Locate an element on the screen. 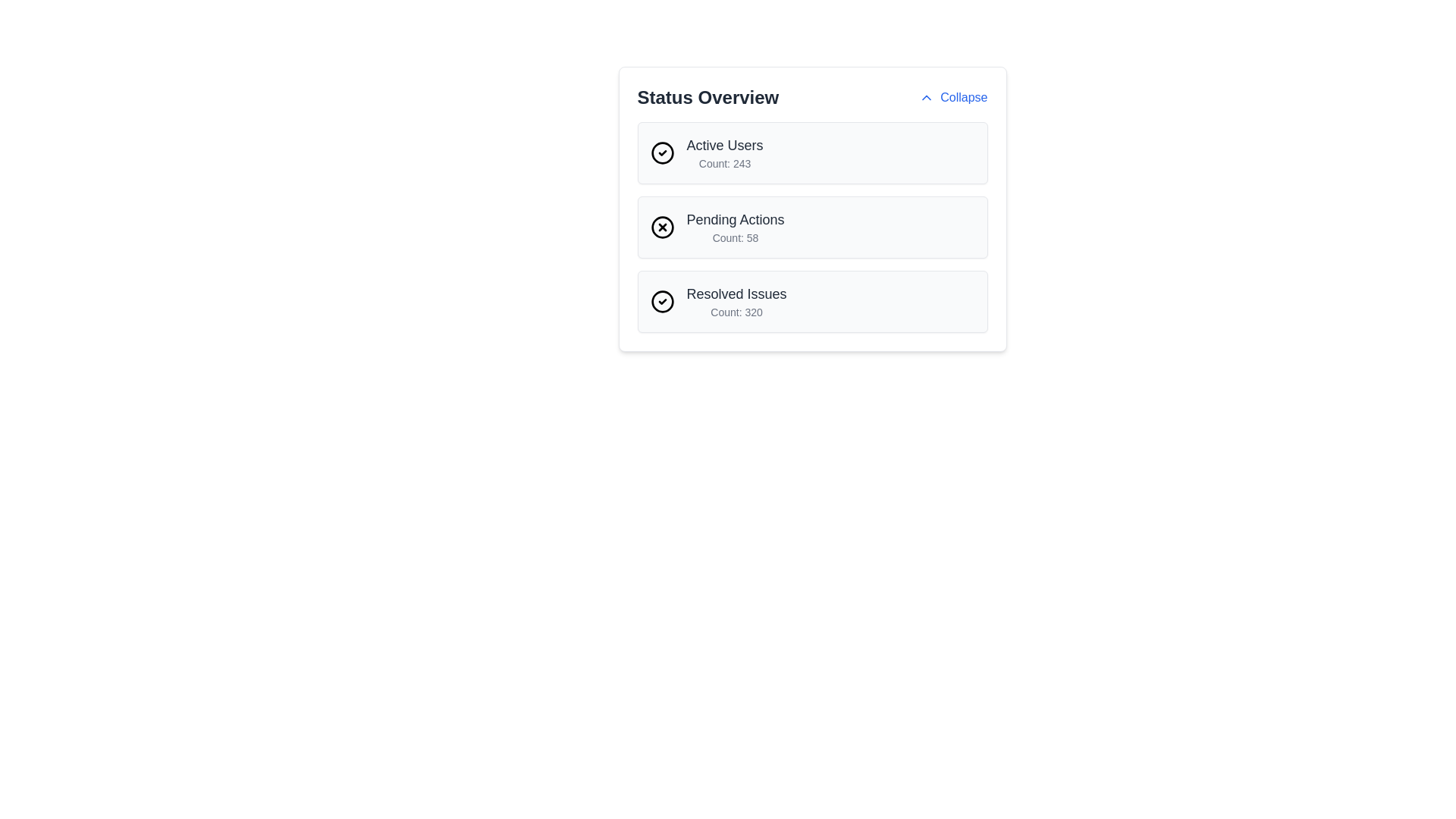 The image size is (1456, 819). the circular shape within the SVG icon that indicates resolution in the 'Resolved Issues' section of the 'Status Overview' panel is located at coordinates (662, 301).